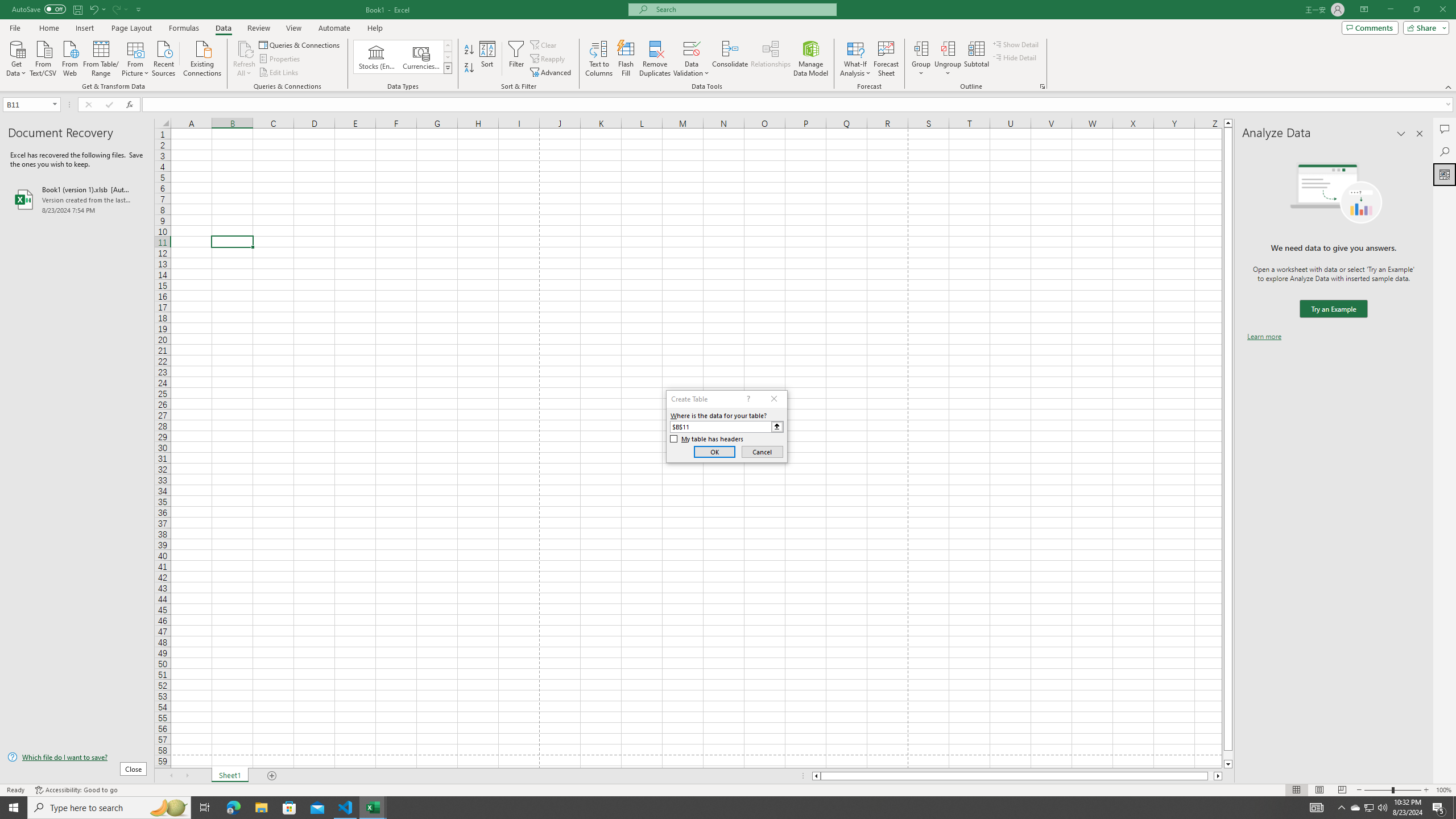 The width and height of the screenshot is (1456, 819). Describe the element at coordinates (1416, 9) in the screenshot. I see `'Restore Down'` at that location.